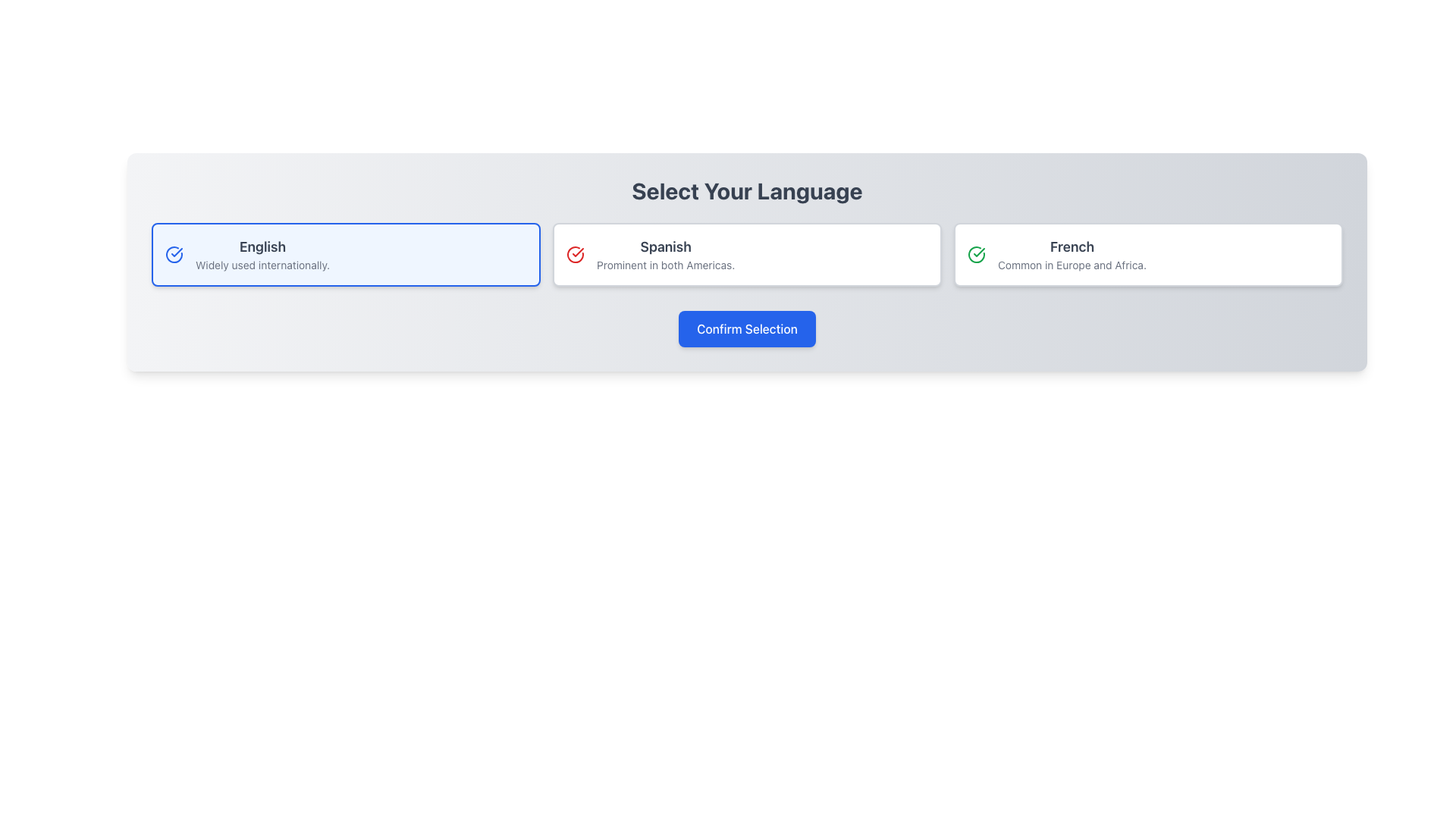 The image size is (1456, 819). What do you see at coordinates (1072, 253) in the screenshot?
I see `the label and description text for the 'French' language option in the language selection interface, which is the third entry in the horizontal list of language options` at bounding box center [1072, 253].